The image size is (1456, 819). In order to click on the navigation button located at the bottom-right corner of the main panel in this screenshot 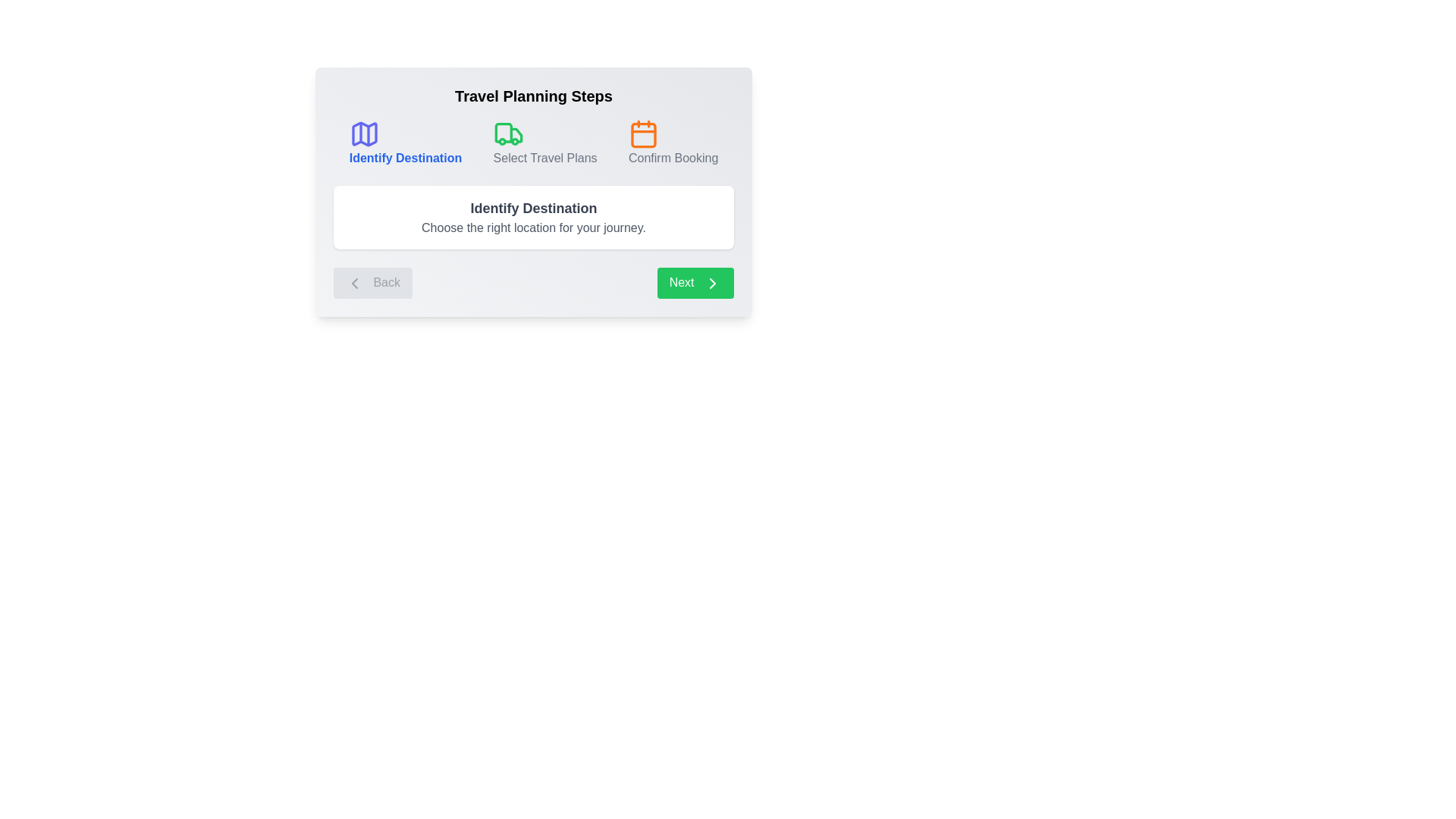, I will do `click(695, 283)`.